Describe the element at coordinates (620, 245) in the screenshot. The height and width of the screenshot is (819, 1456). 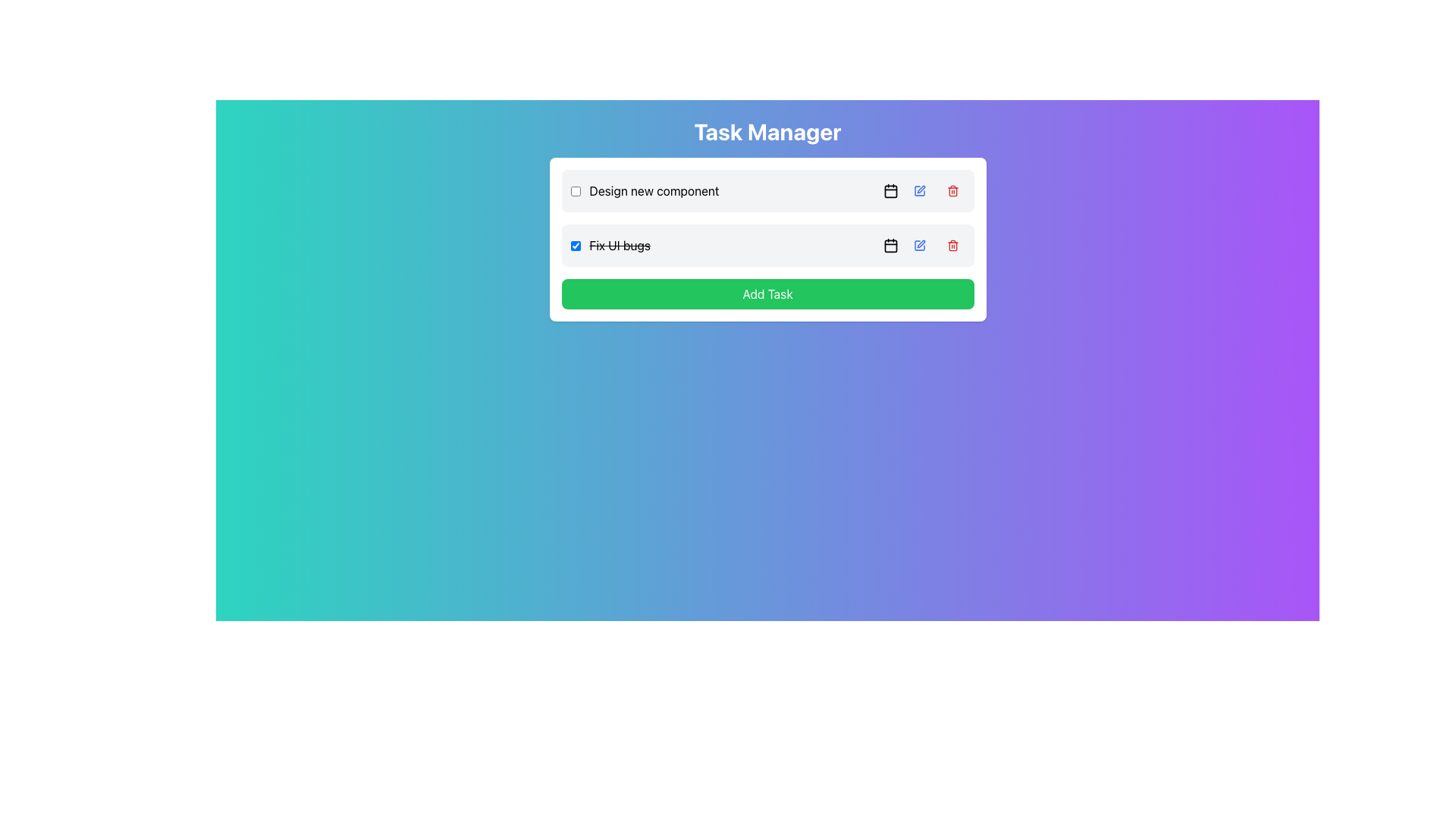
I see `the text string displaying 'Fix UI bugs' with a strikethrough style, which indicates completion, located in the second row of a task list interface, positioned to the right of a checked checkbox` at that location.